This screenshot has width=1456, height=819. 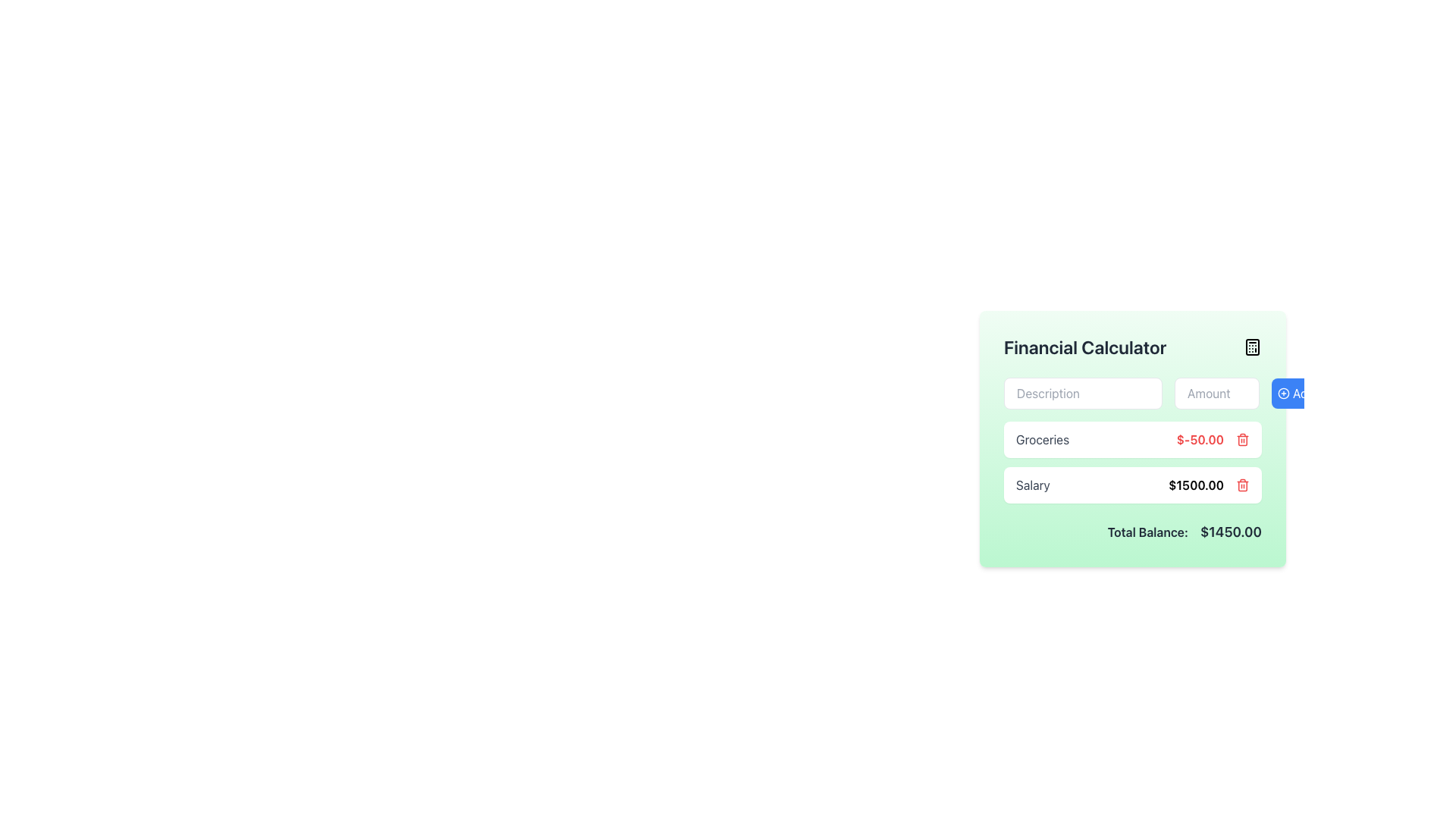 I want to click on the Text label representing a financial value in red, indicating a debit or expense, located to the right of the 'Groceries' label, so click(x=1212, y=439).